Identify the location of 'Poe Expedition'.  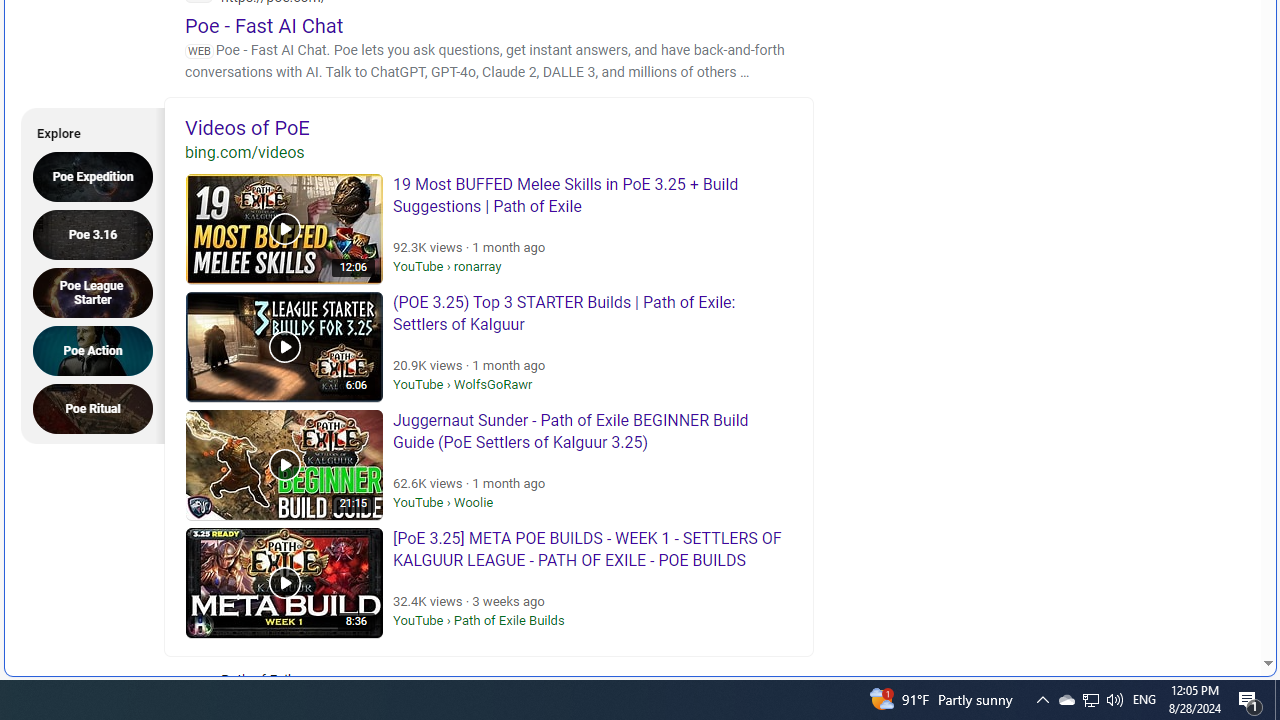
(98, 175).